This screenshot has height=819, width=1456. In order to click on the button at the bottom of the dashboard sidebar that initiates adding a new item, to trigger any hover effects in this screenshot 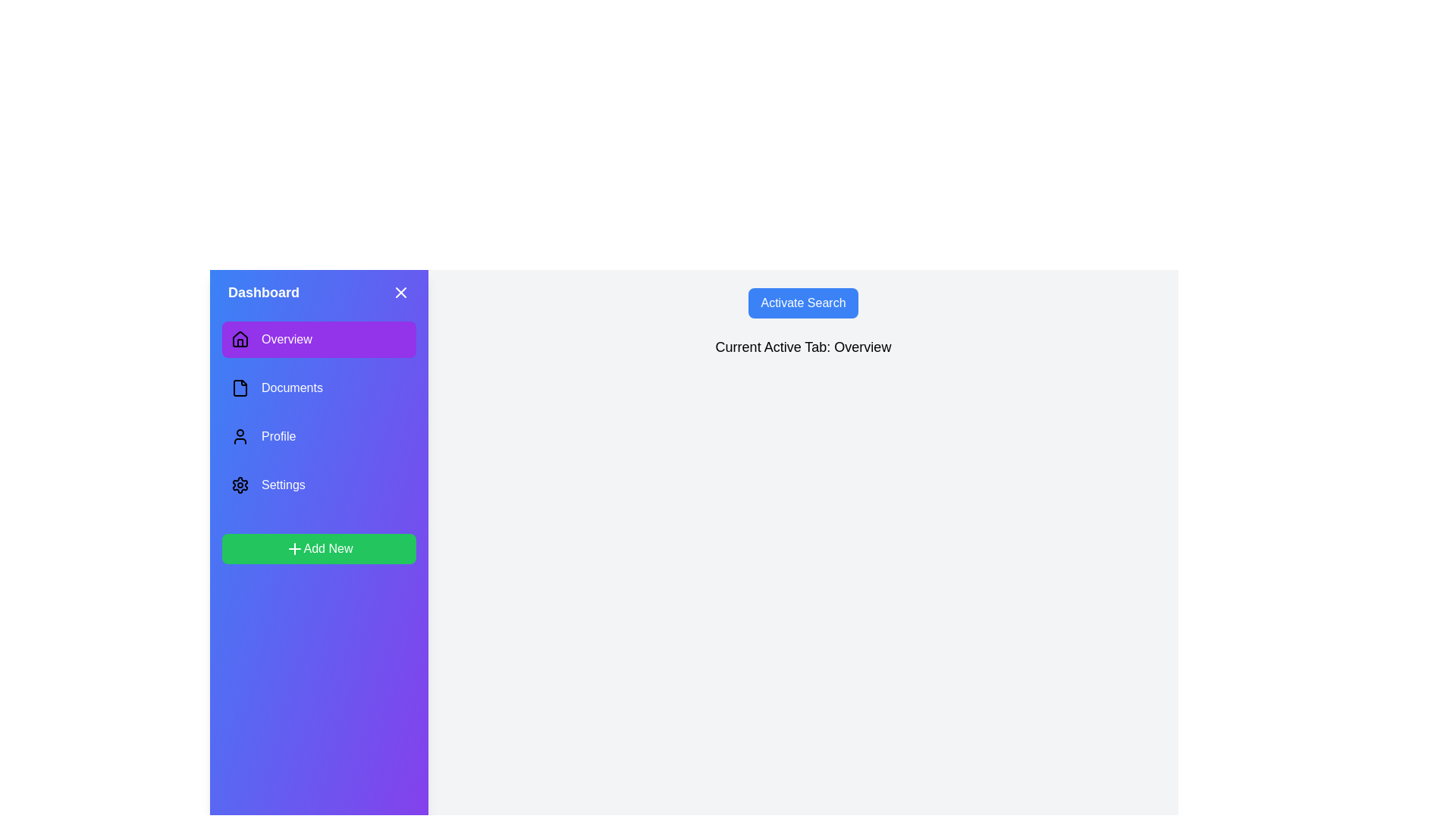, I will do `click(318, 549)`.